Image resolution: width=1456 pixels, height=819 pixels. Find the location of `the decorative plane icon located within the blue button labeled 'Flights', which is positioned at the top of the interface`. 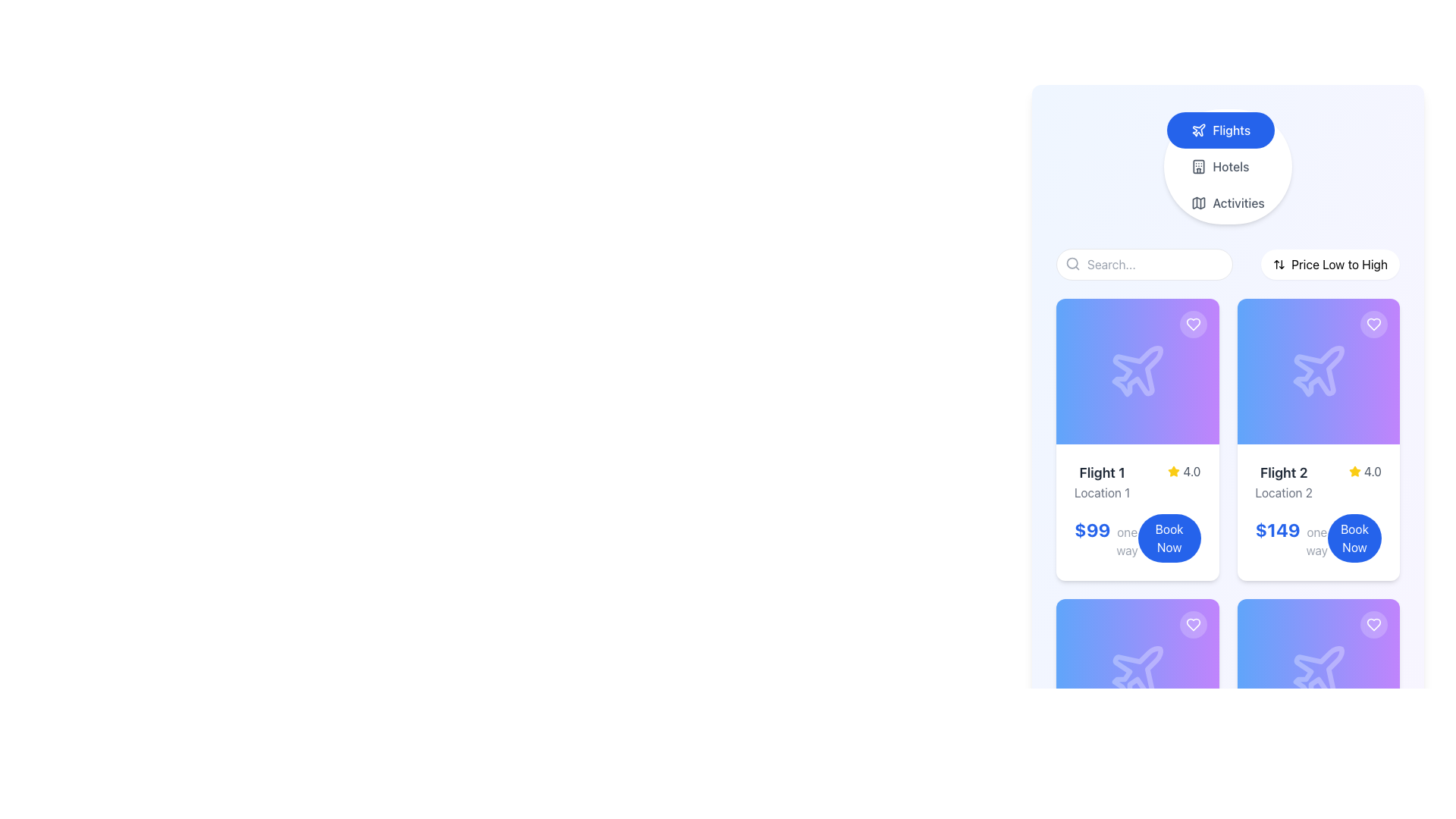

the decorative plane icon located within the blue button labeled 'Flights', which is positioned at the top of the interface is located at coordinates (1198, 130).